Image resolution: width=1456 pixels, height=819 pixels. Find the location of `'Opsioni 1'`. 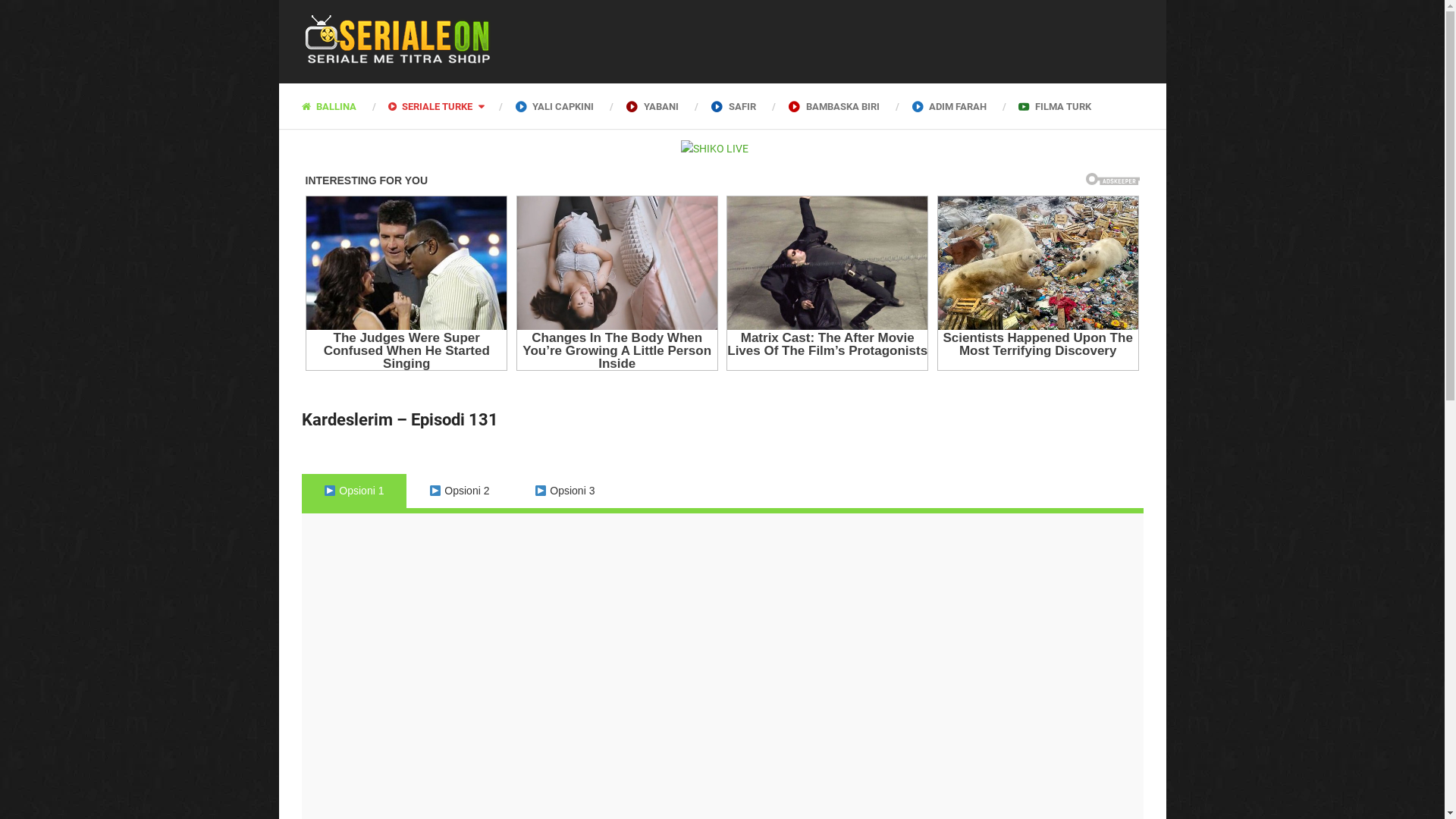

'Opsioni 1' is located at coordinates (353, 491).